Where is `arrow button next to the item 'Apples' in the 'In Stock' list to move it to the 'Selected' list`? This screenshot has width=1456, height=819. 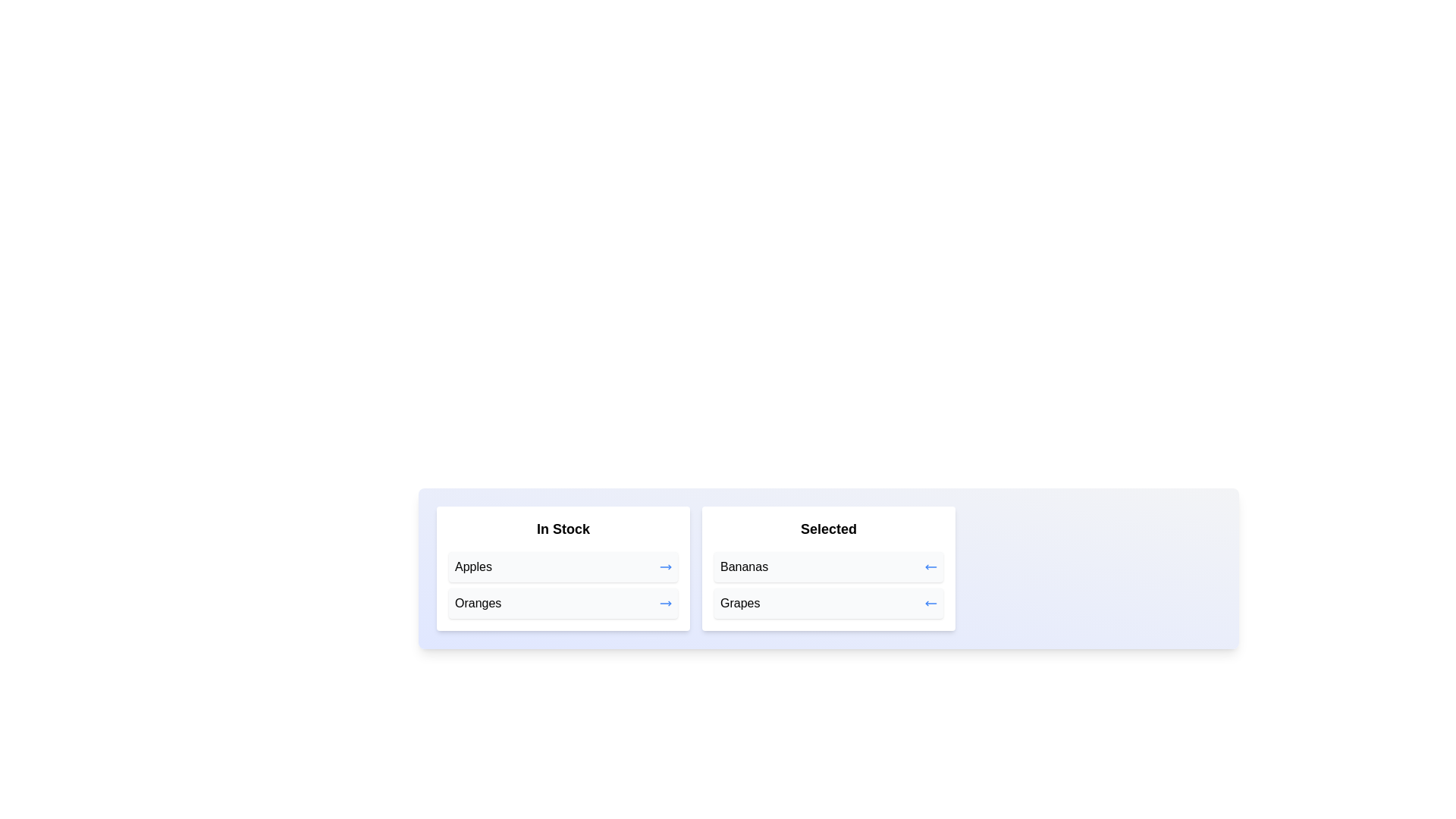 arrow button next to the item 'Apples' in the 'In Stock' list to move it to the 'Selected' list is located at coordinates (666, 567).